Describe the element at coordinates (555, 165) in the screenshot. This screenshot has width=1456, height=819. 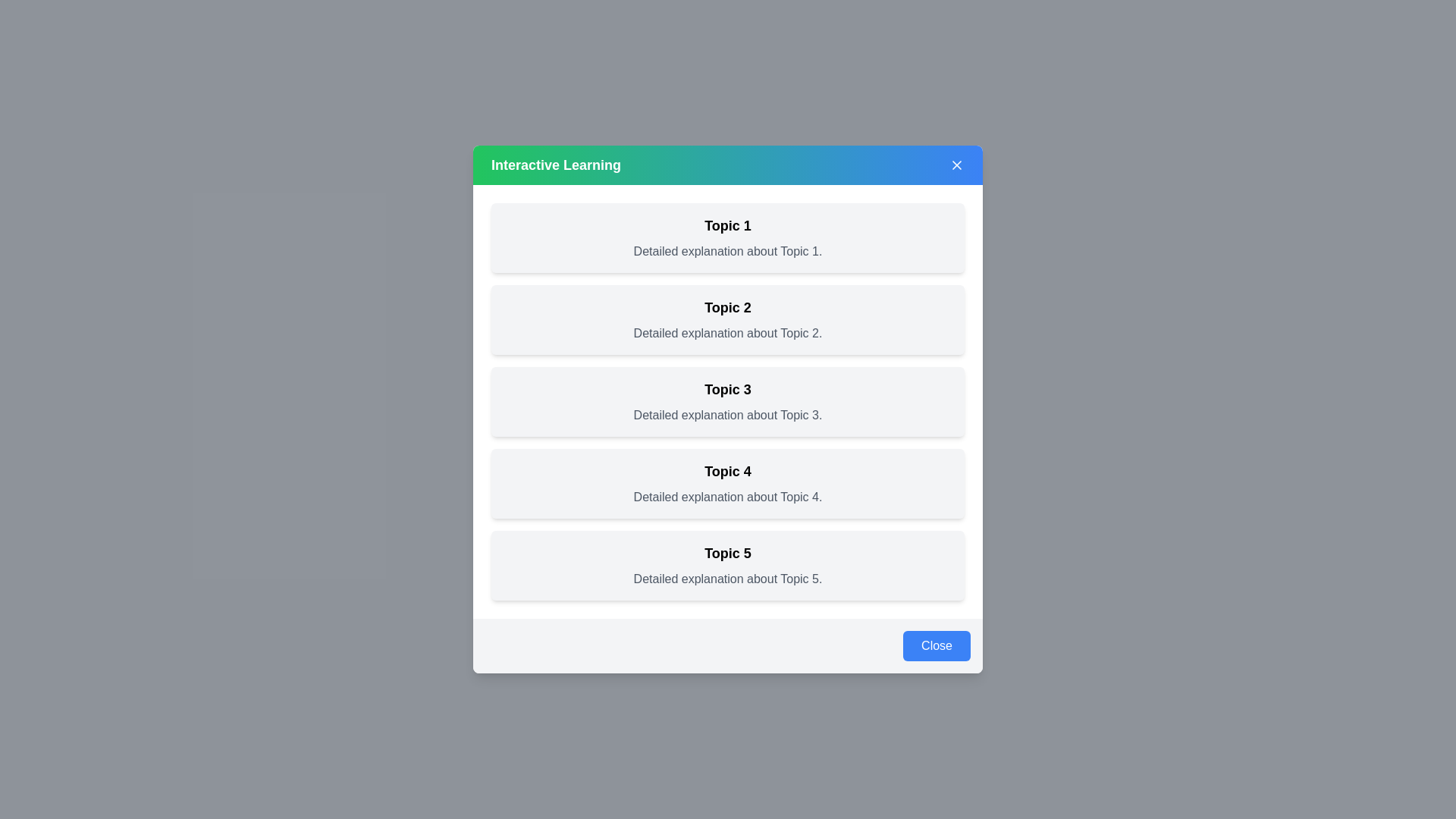
I see `the title 'Interactive Learning' in the dialog` at that location.